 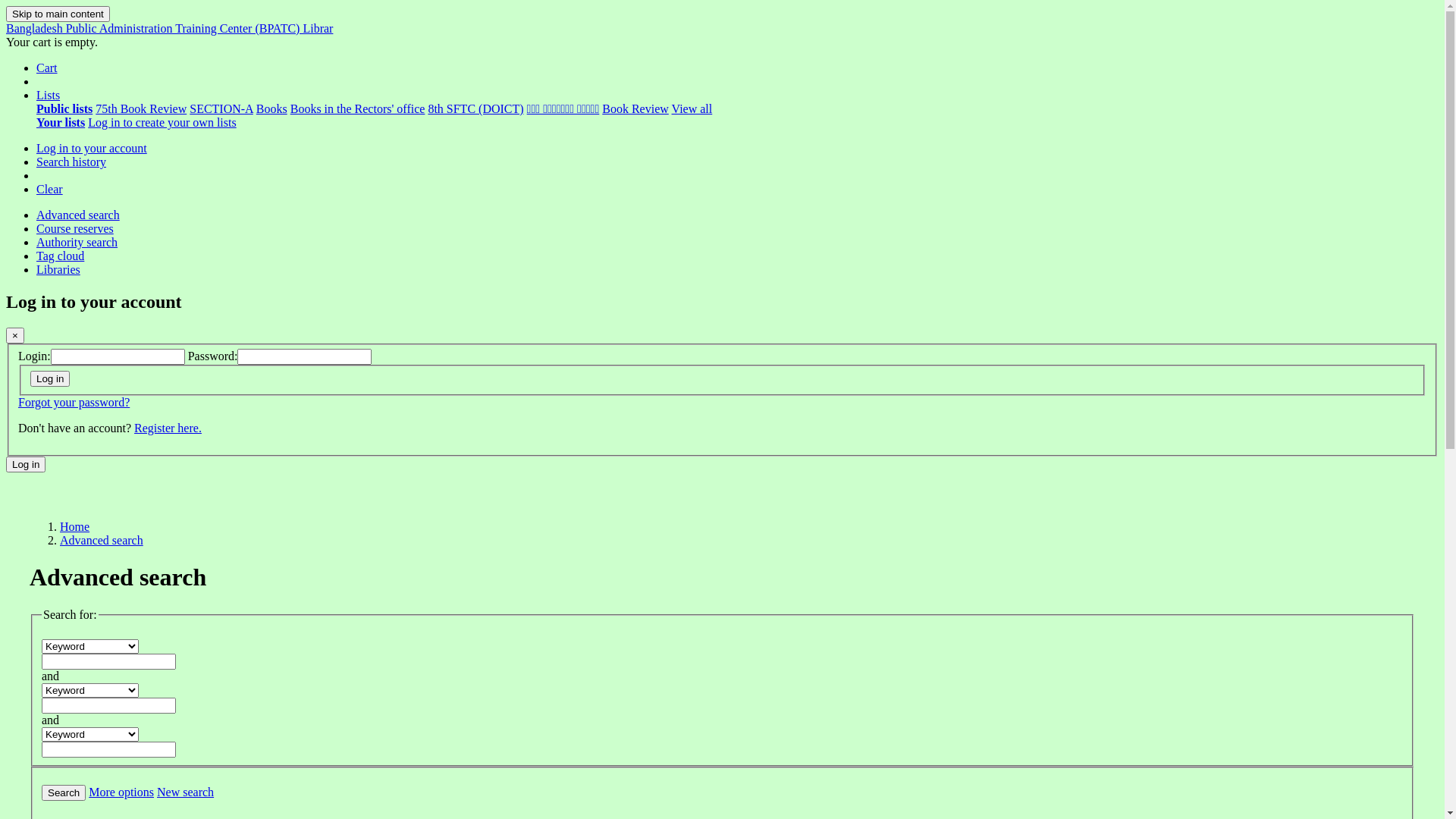 What do you see at coordinates (356, 108) in the screenshot?
I see `'Books in the Rectors' office'` at bounding box center [356, 108].